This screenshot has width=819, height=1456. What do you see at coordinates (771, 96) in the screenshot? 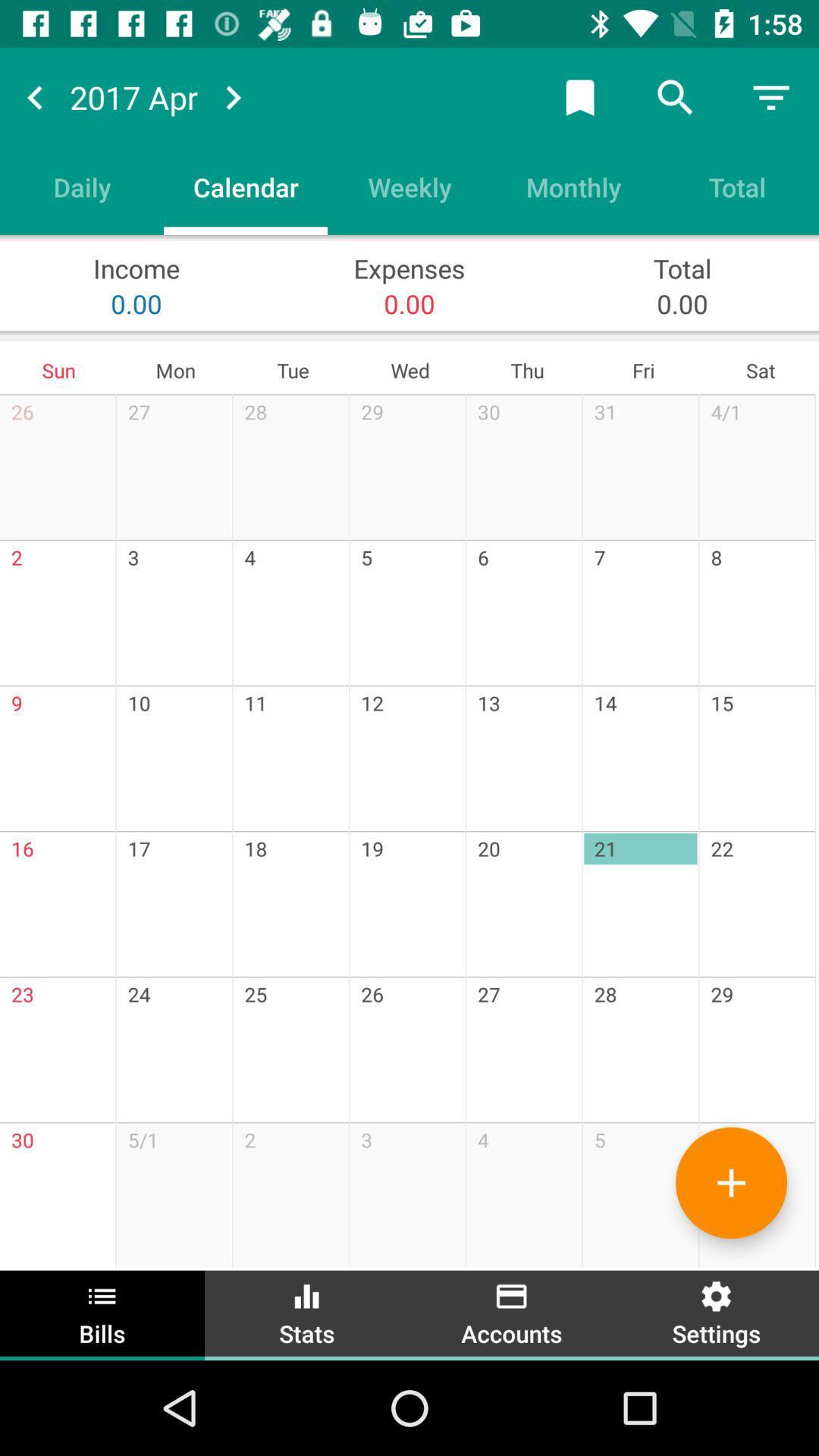
I see `menu option` at bounding box center [771, 96].